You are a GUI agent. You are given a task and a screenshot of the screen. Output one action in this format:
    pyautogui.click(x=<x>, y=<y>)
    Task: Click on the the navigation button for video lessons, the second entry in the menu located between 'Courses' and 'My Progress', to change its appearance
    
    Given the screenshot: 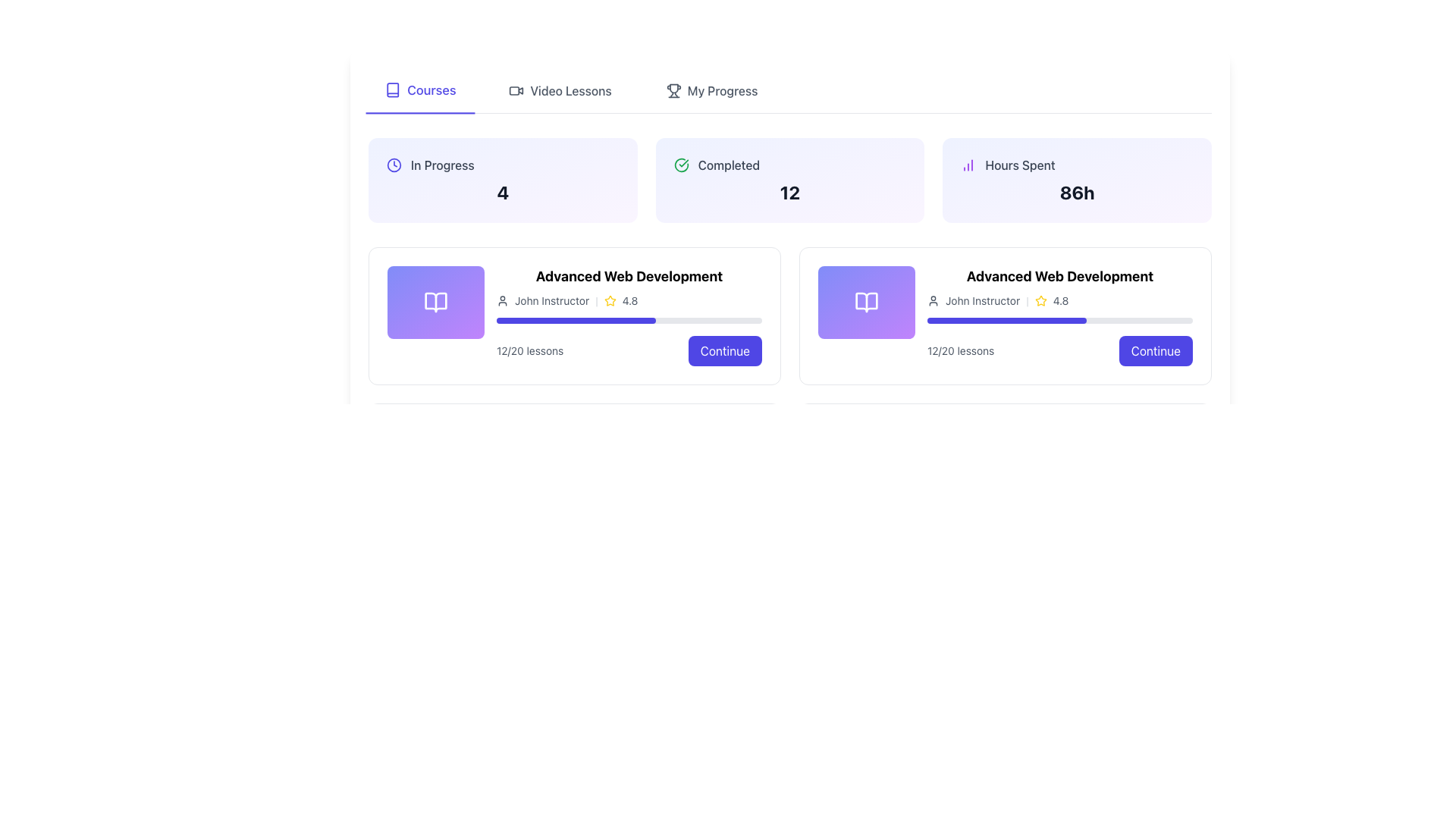 What is the action you would take?
    pyautogui.click(x=560, y=90)
    